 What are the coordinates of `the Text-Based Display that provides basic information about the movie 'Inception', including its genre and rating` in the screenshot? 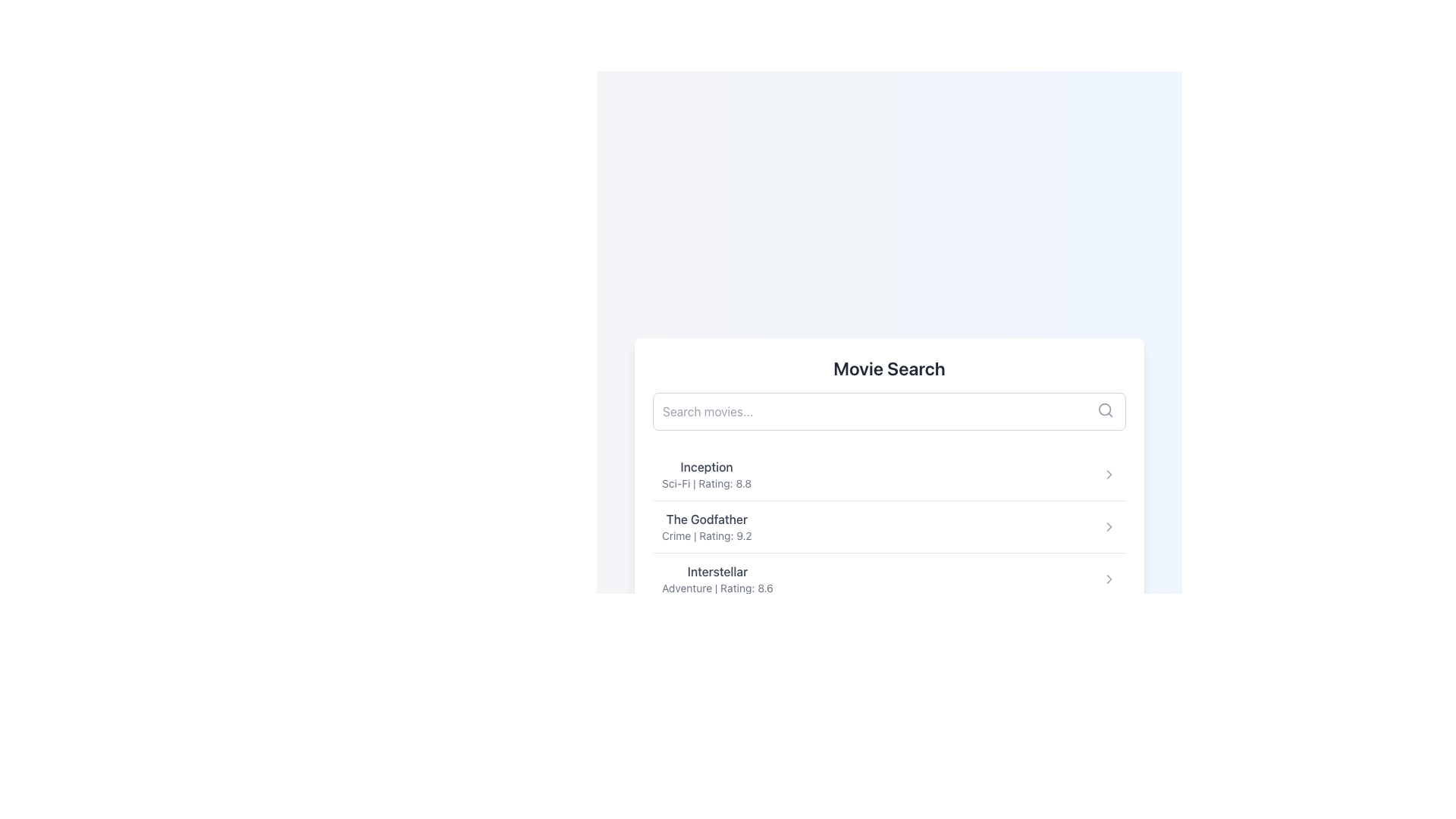 It's located at (705, 473).